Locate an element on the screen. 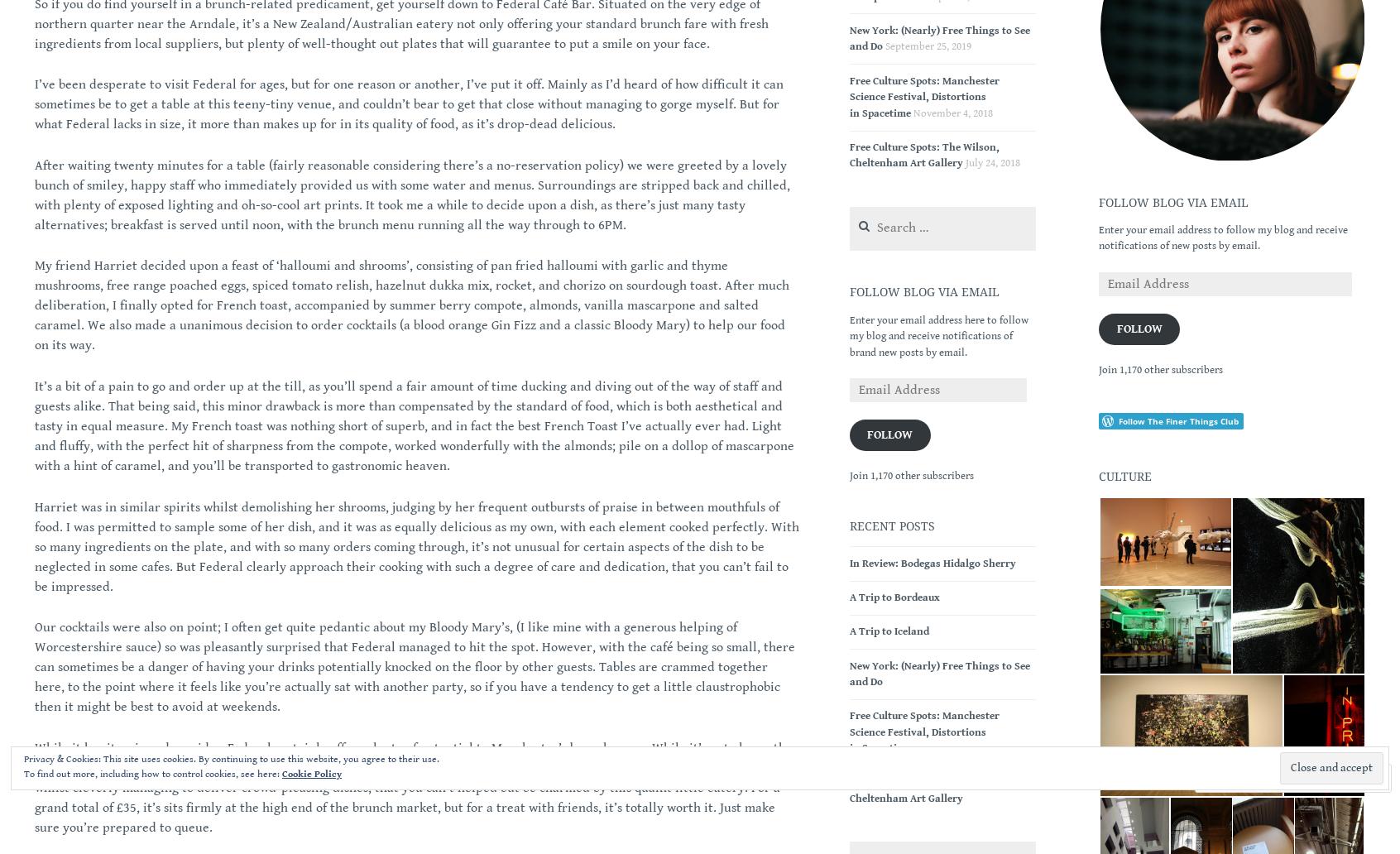  'In Review: Bodegas Hidalgo Sherry' is located at coordinates (932, 562).